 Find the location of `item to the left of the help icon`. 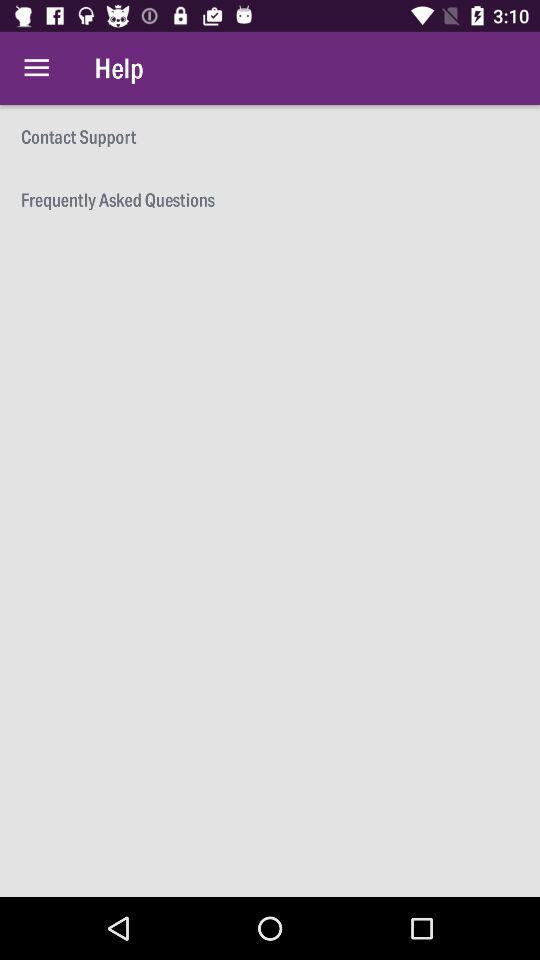

item to the left of the help icon is located at coordinates (36, 68).